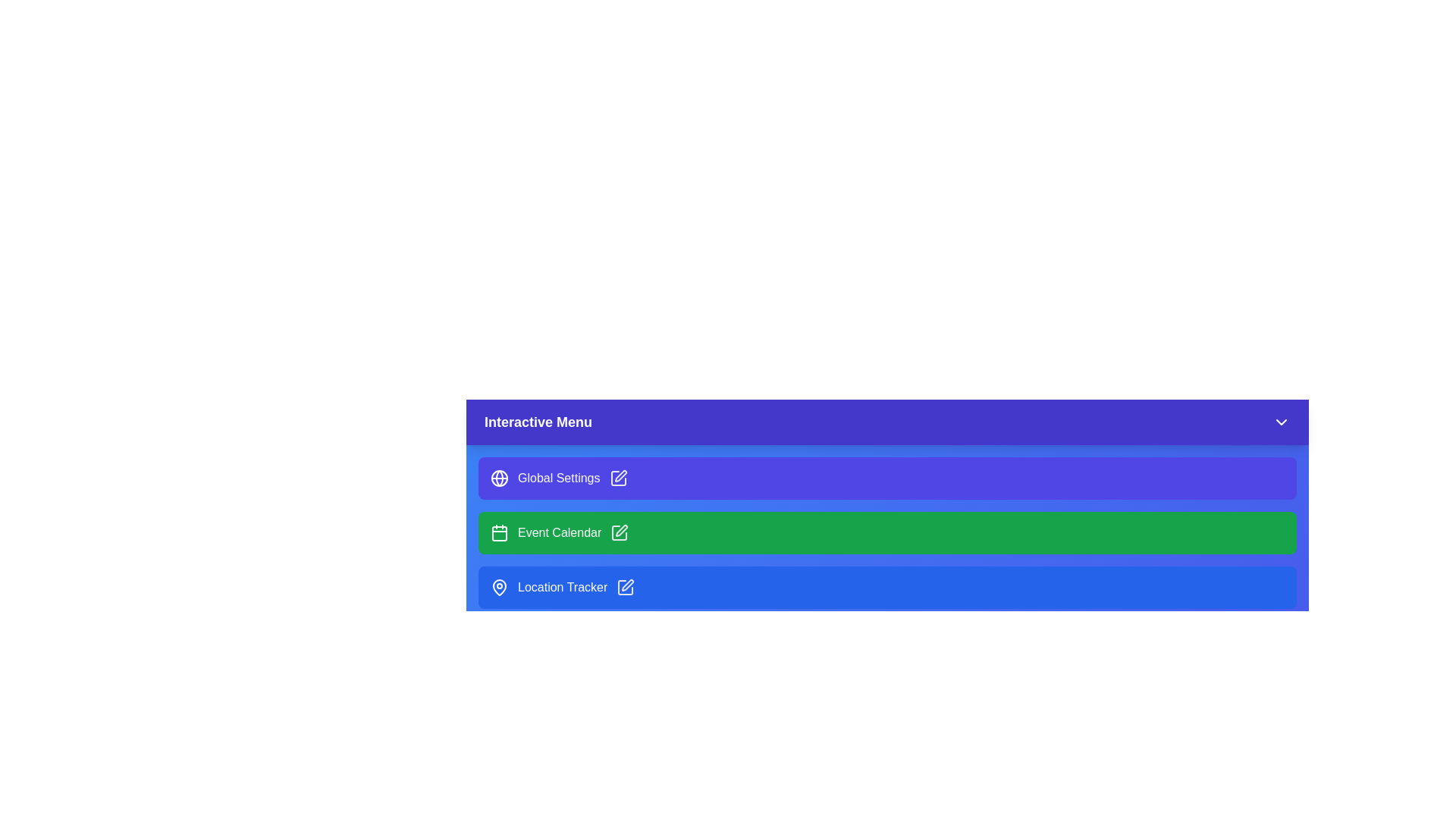 The image size is (1456, 819). What do you see at coordinates (887, 422) in the screenshot?
I see `the menu header to toggle its visibility` at bounding box center [887, 422].